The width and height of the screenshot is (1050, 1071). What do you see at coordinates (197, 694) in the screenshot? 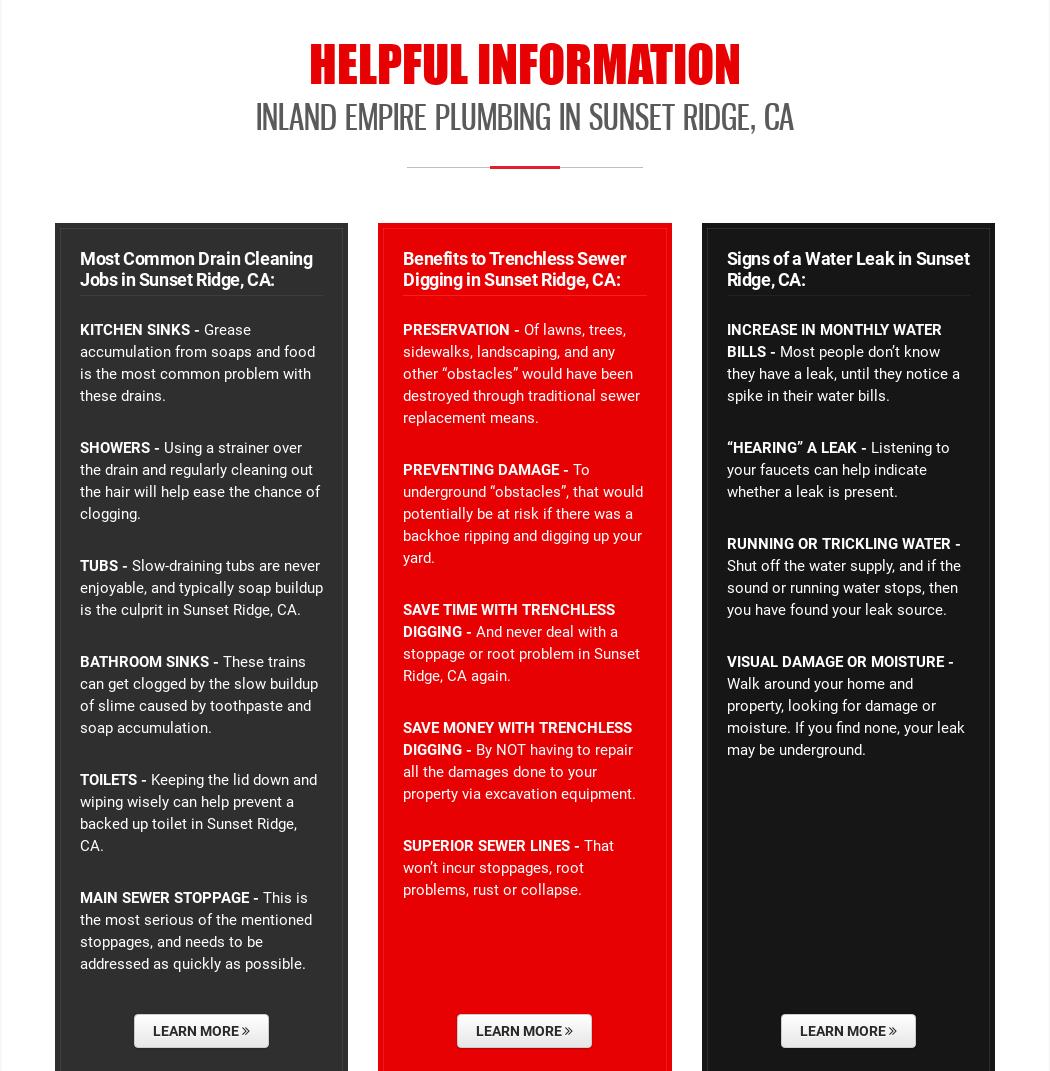
I see `'These trains can get clogged by the slow buildup of slime caused by toothpaste and soap accumulation.'` at bounding box center [197, 694].